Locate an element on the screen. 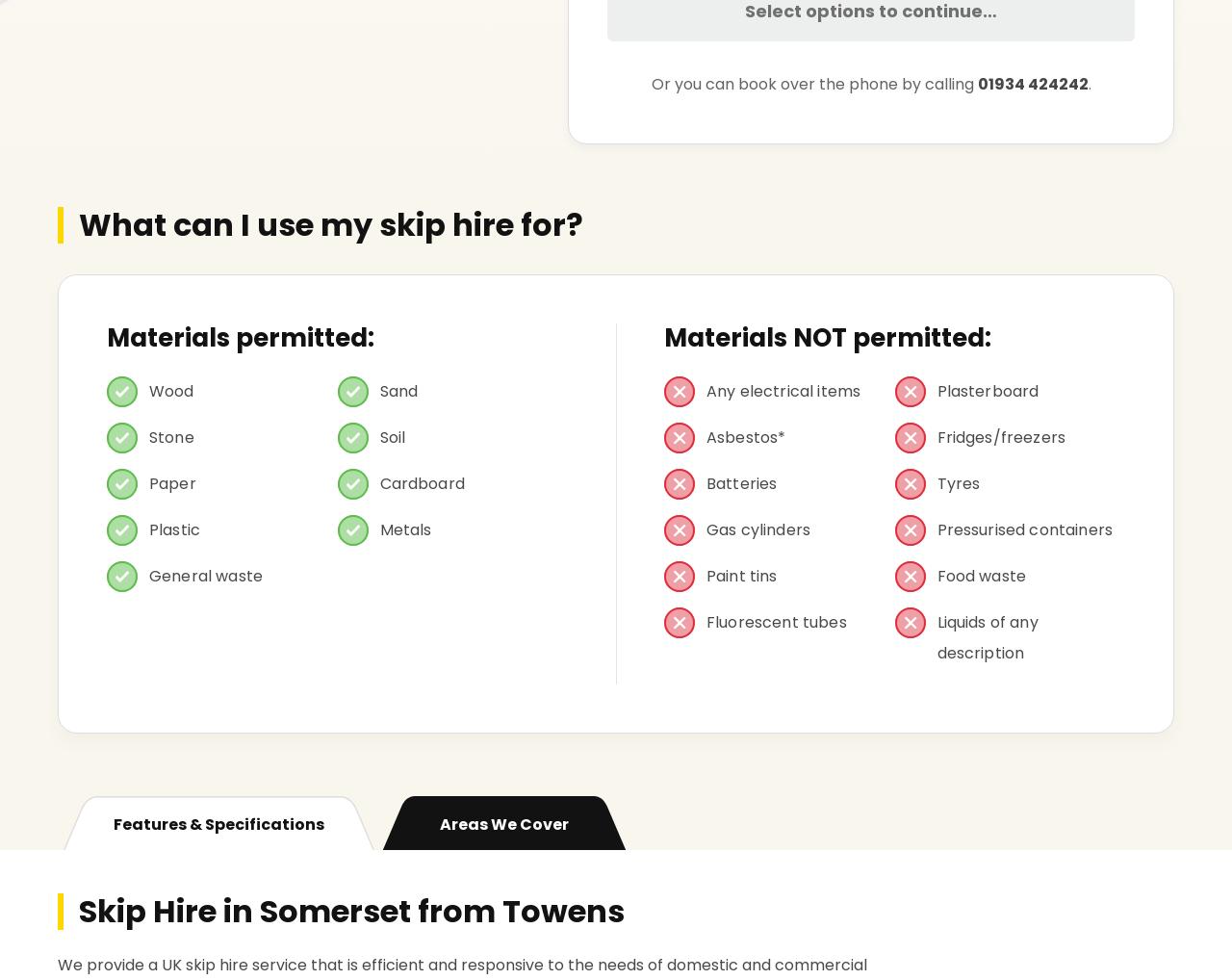 Image resolution: width=1232 pixels, height=980 pixels. 'Wood' is located at coordinates (171, 391).